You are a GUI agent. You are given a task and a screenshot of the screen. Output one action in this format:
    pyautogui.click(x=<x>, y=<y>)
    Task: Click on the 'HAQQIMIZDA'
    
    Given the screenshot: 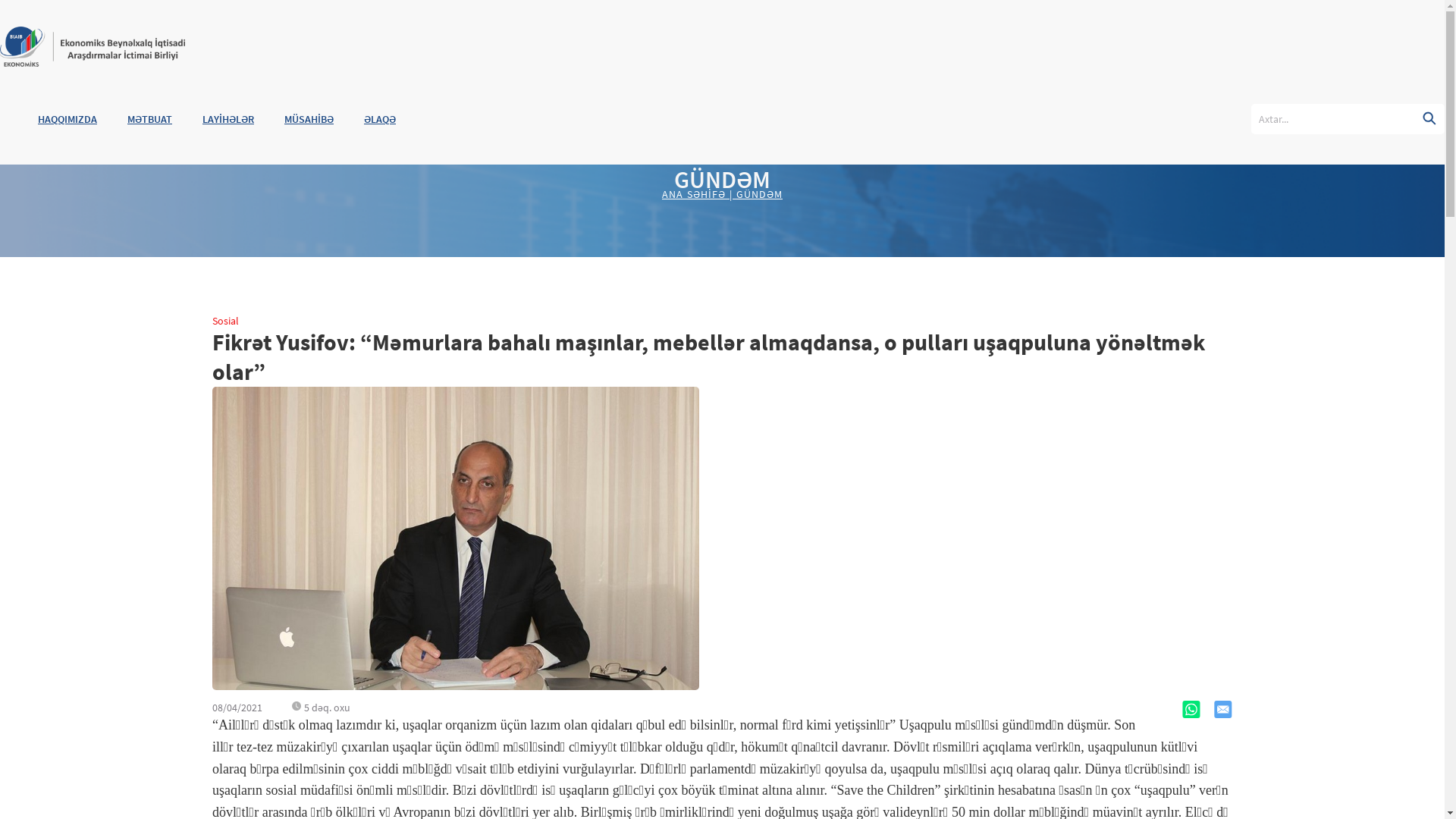 What is the action you would take?
    pyautogui.click(x=52, y=118)
    